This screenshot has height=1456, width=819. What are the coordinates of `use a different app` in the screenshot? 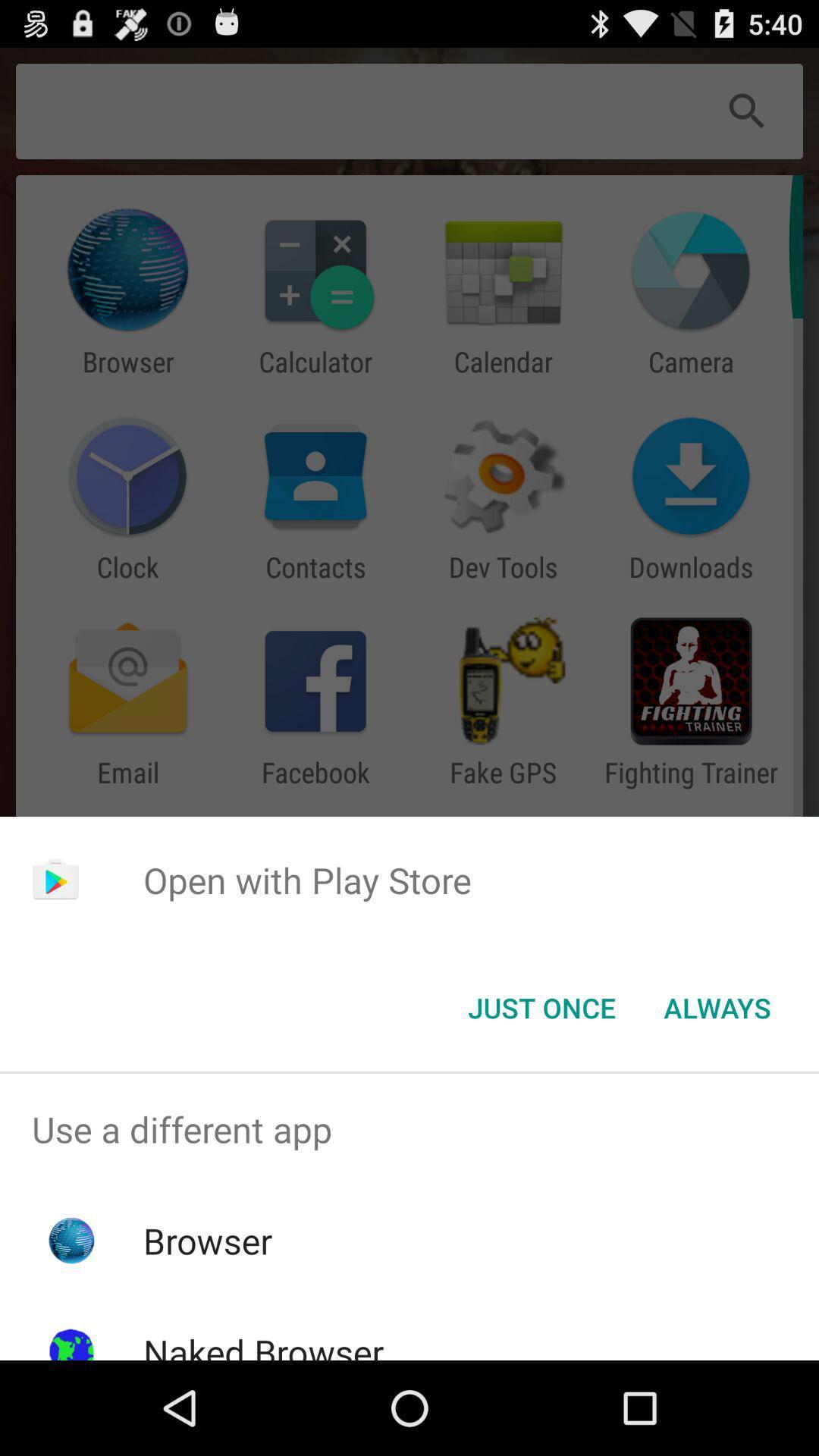 It's located at (409, 1129).